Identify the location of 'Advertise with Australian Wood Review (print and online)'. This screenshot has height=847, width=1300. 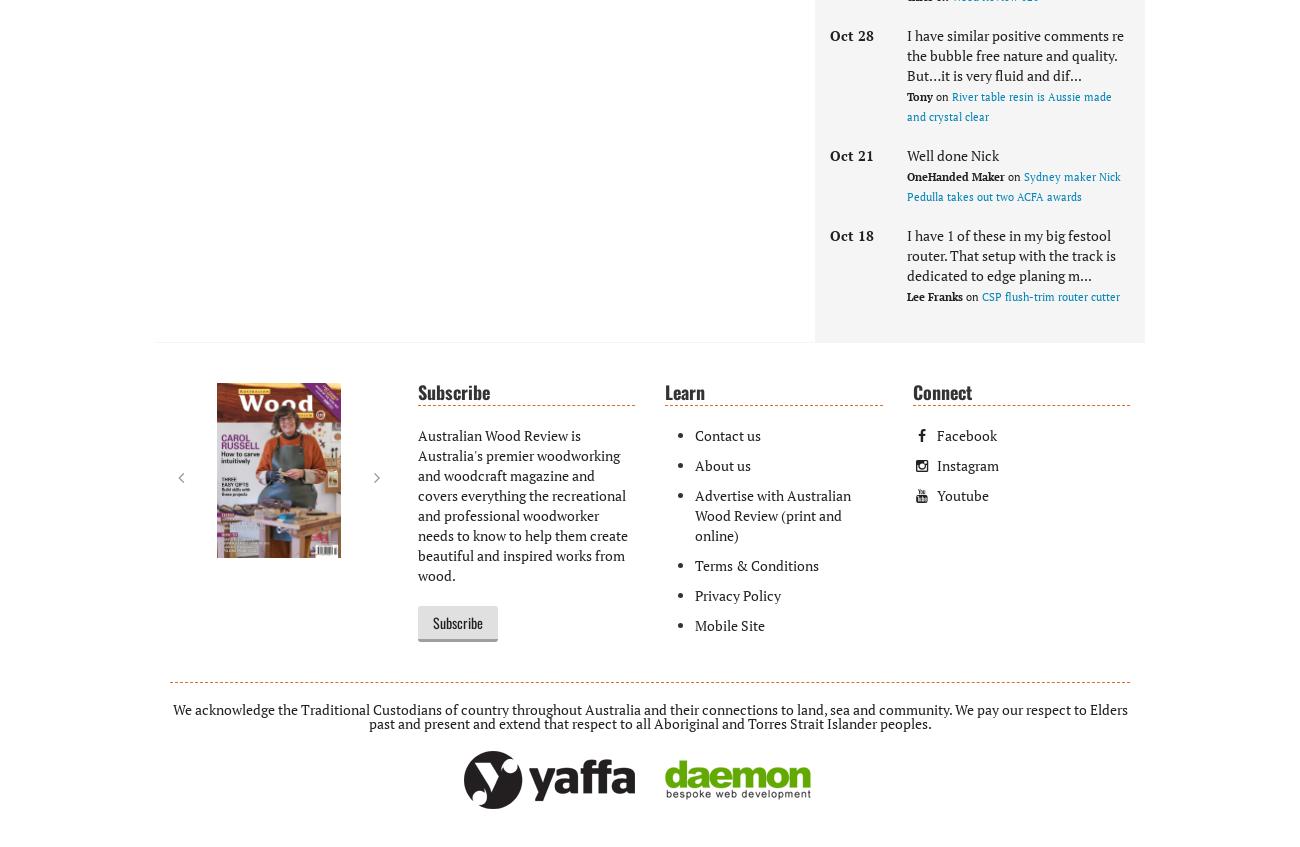
(771, 514).